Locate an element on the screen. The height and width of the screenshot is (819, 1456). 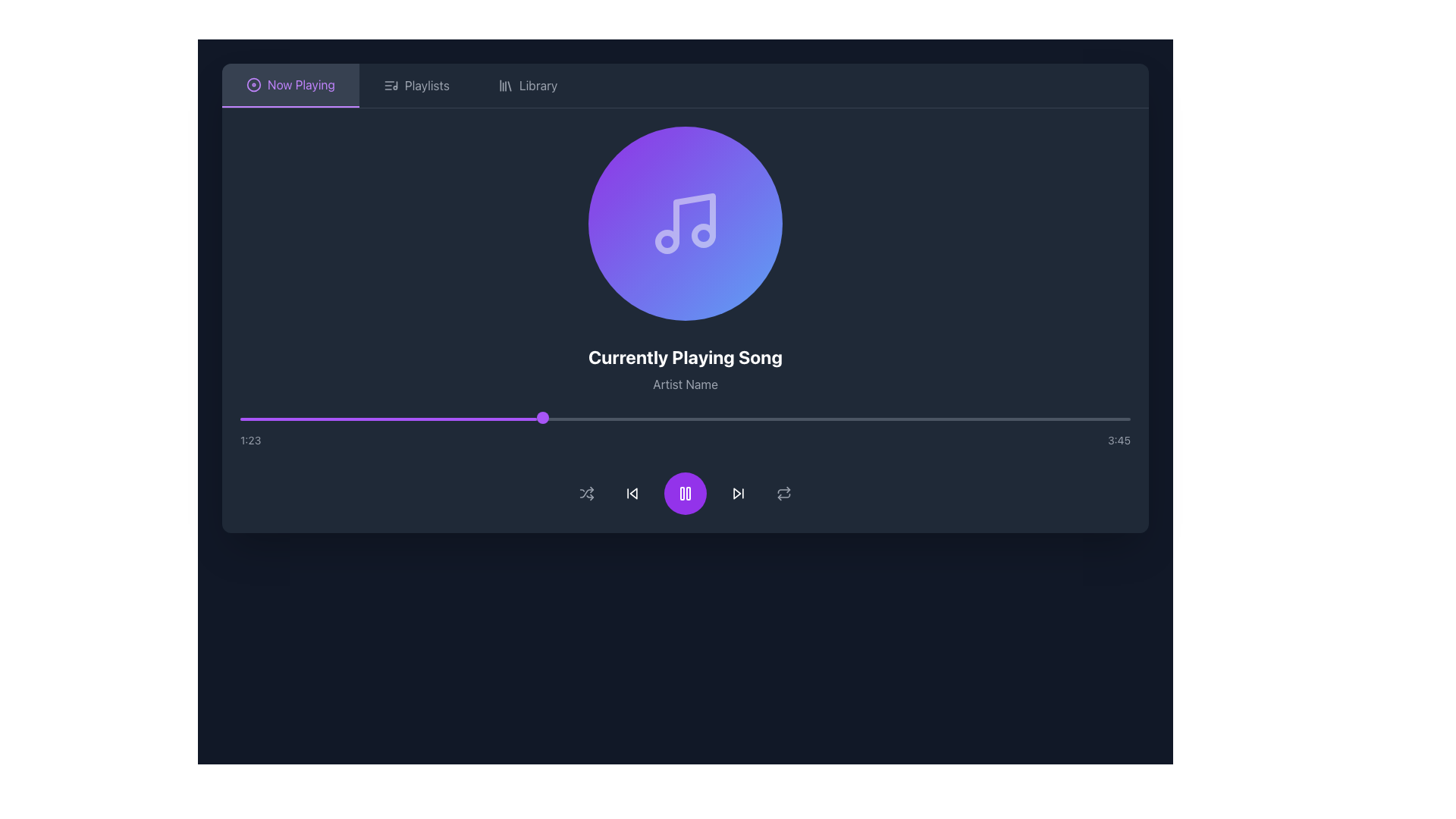
the playback position is located at coordinates (955, 419).